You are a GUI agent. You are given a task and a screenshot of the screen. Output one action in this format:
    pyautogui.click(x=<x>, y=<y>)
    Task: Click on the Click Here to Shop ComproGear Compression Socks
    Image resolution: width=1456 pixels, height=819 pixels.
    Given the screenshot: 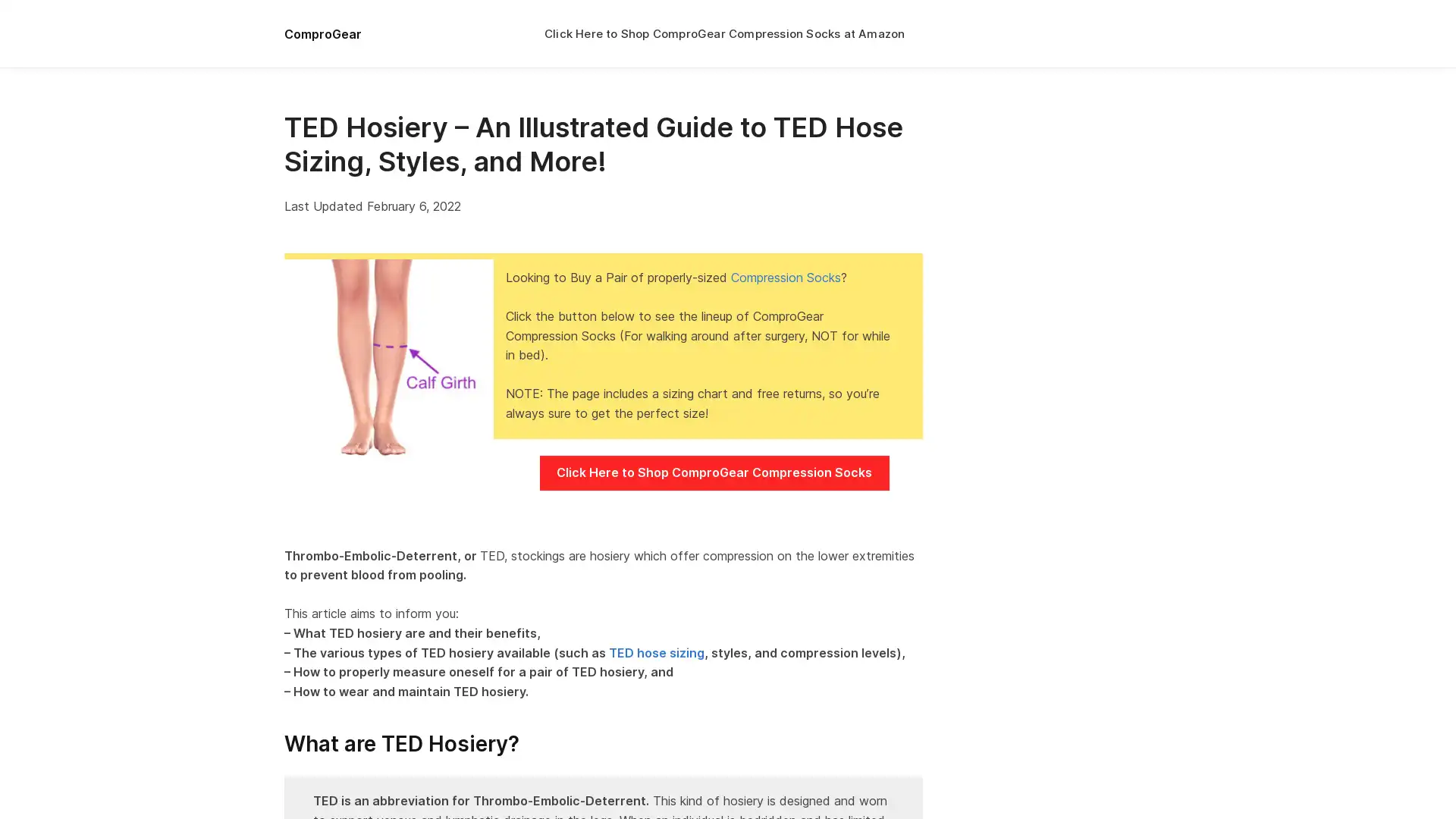 What is the action you would take?
    pyautogui.click(x=708, y=472)
    